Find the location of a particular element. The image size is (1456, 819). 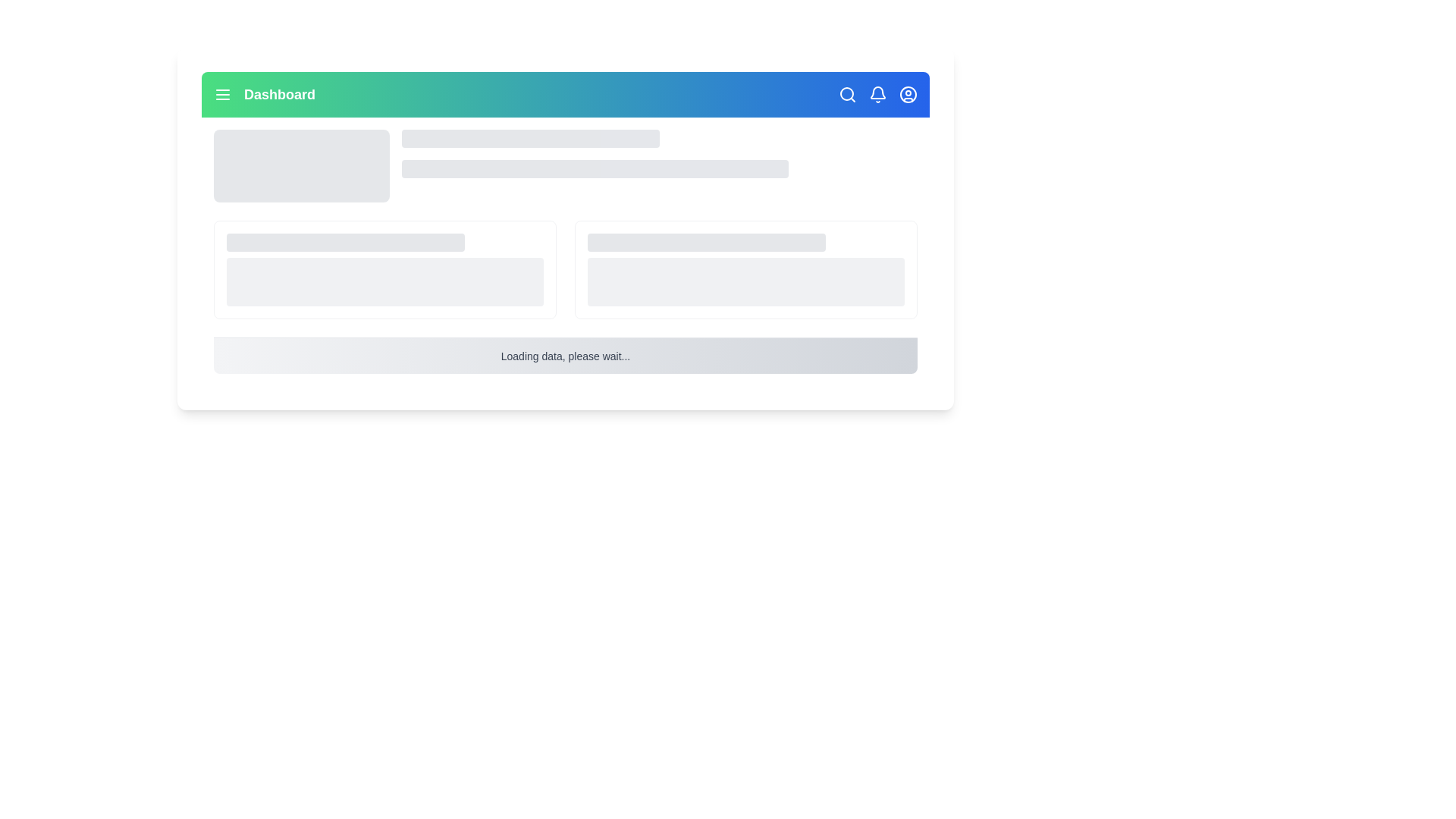

the bell-shaped notification icon with a white outline against a blue background is located at coordinates (877, 94).